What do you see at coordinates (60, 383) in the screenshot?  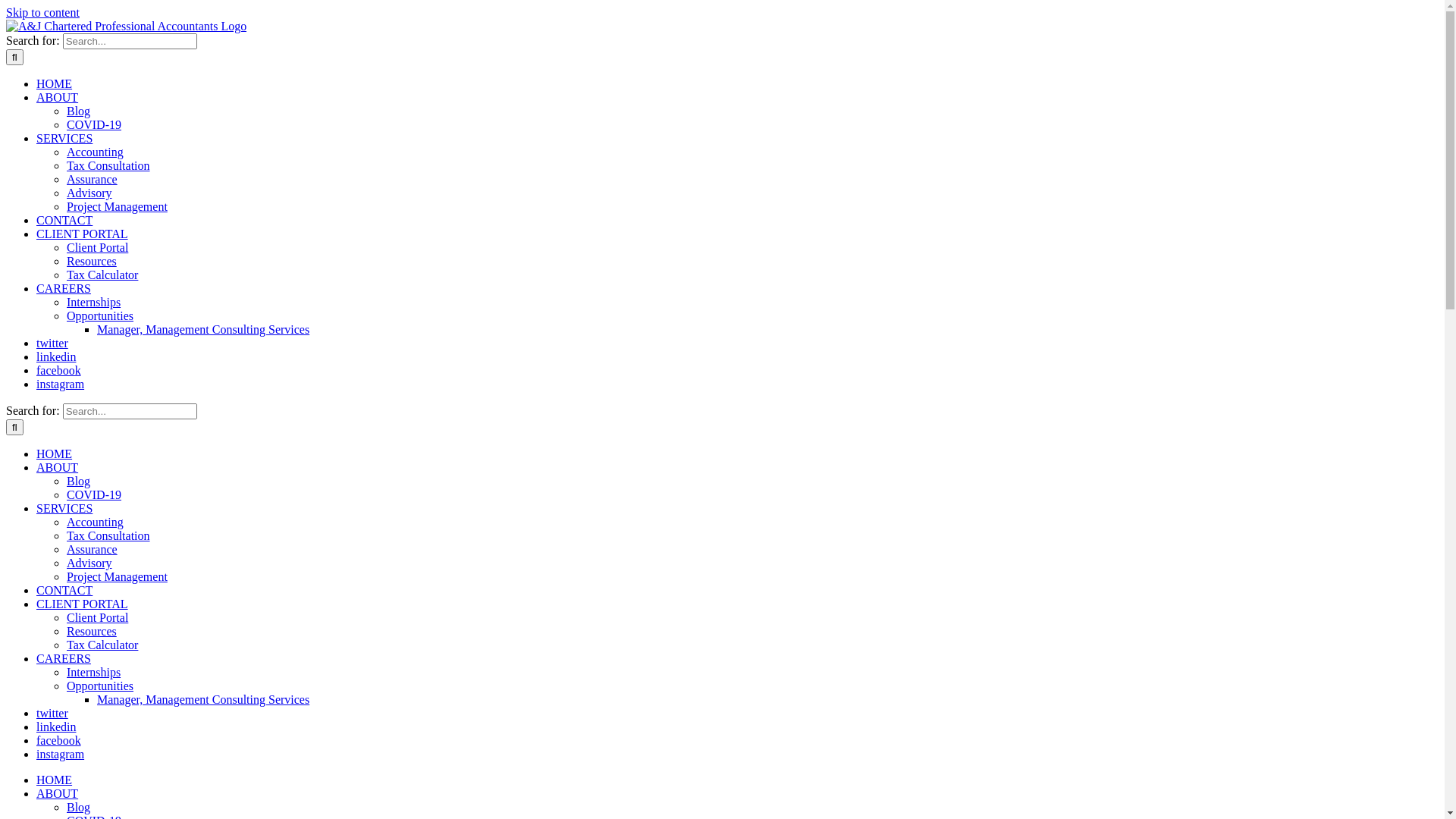 I see `'instagram'` at bounding box center [60, 383].